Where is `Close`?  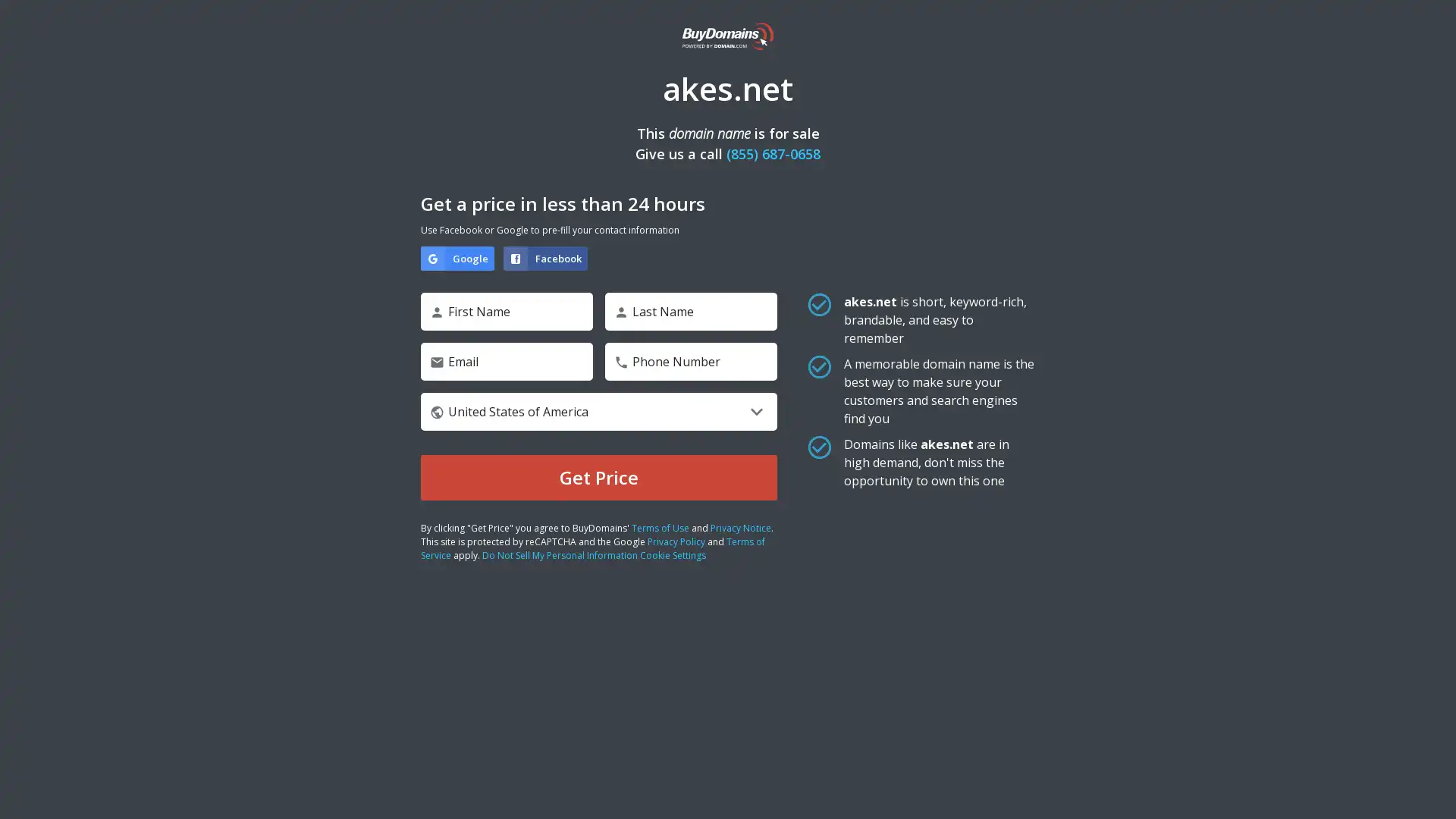
Close is located at coordinates (277, 568).